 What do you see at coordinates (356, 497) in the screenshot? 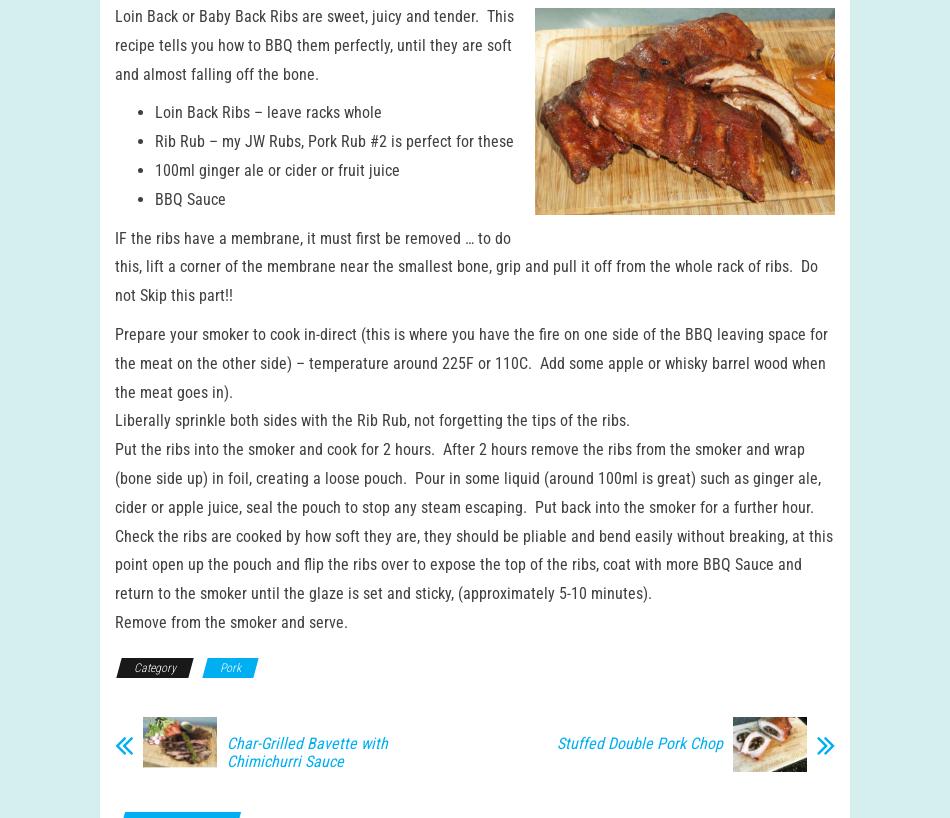
I see `'a loose pouch'` at bounding box center [356, 497].